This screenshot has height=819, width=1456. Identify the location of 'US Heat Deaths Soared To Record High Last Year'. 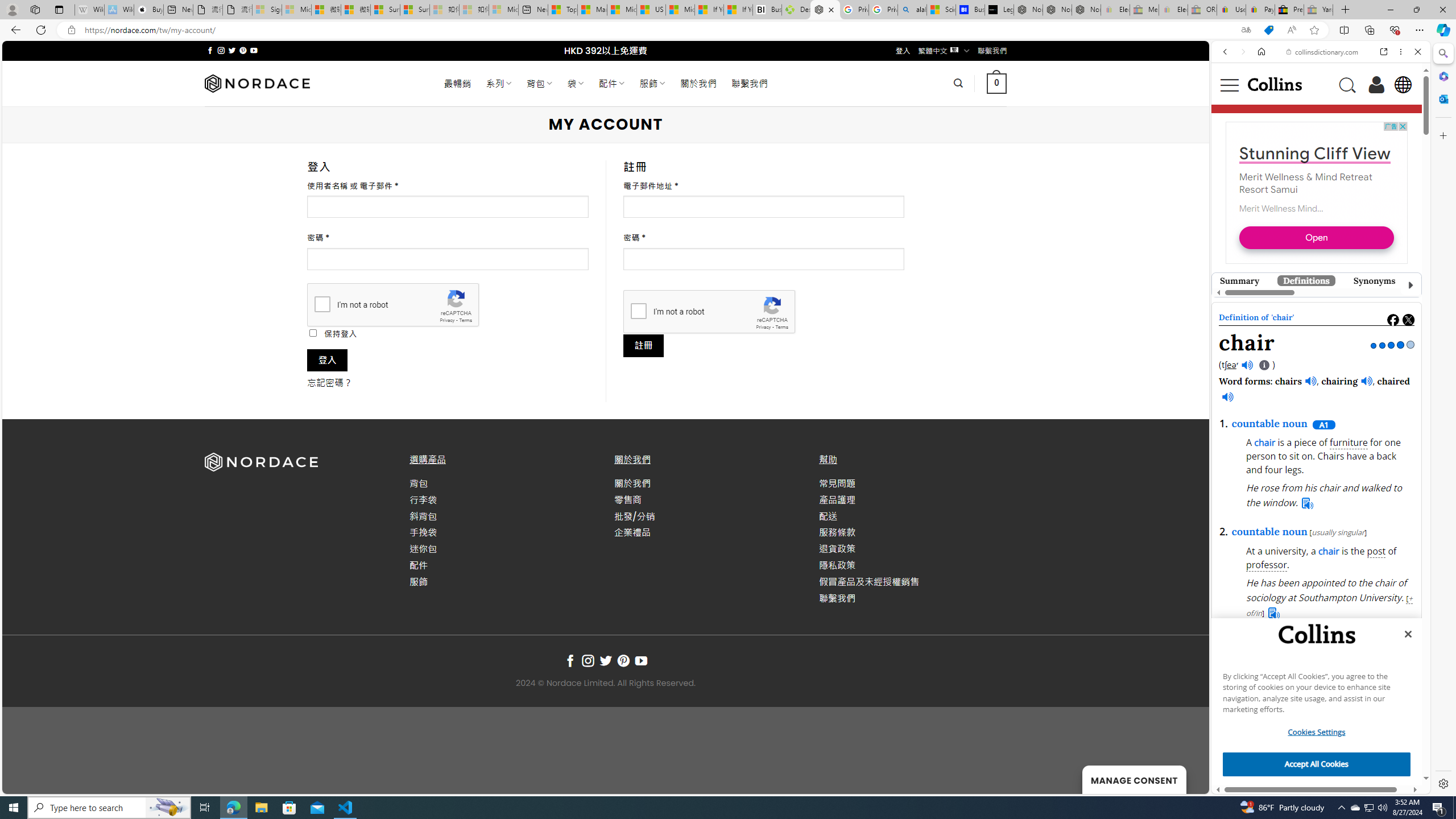
(651, 9).